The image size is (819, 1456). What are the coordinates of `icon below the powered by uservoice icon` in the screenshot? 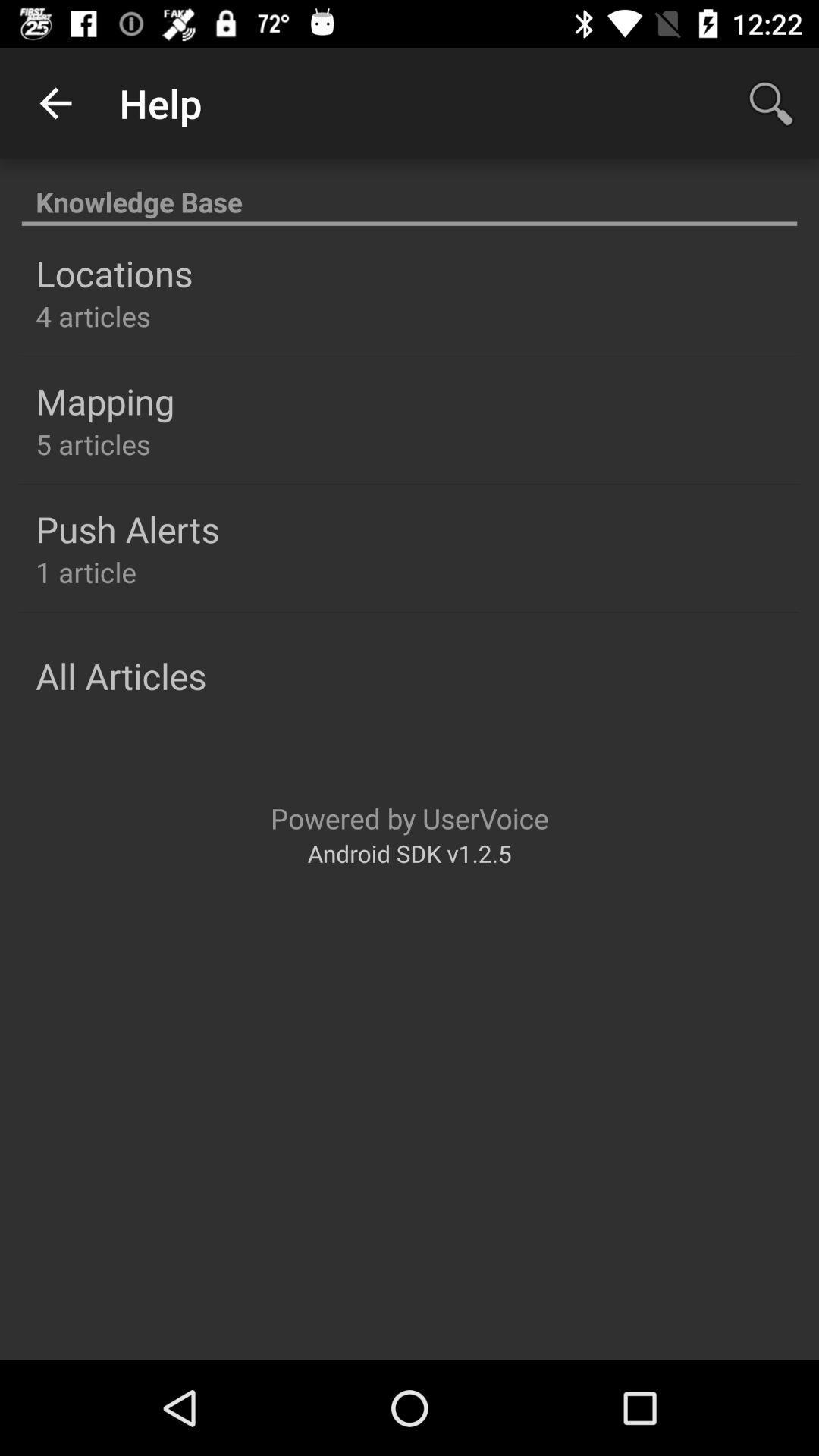 It's located at (409, 853).